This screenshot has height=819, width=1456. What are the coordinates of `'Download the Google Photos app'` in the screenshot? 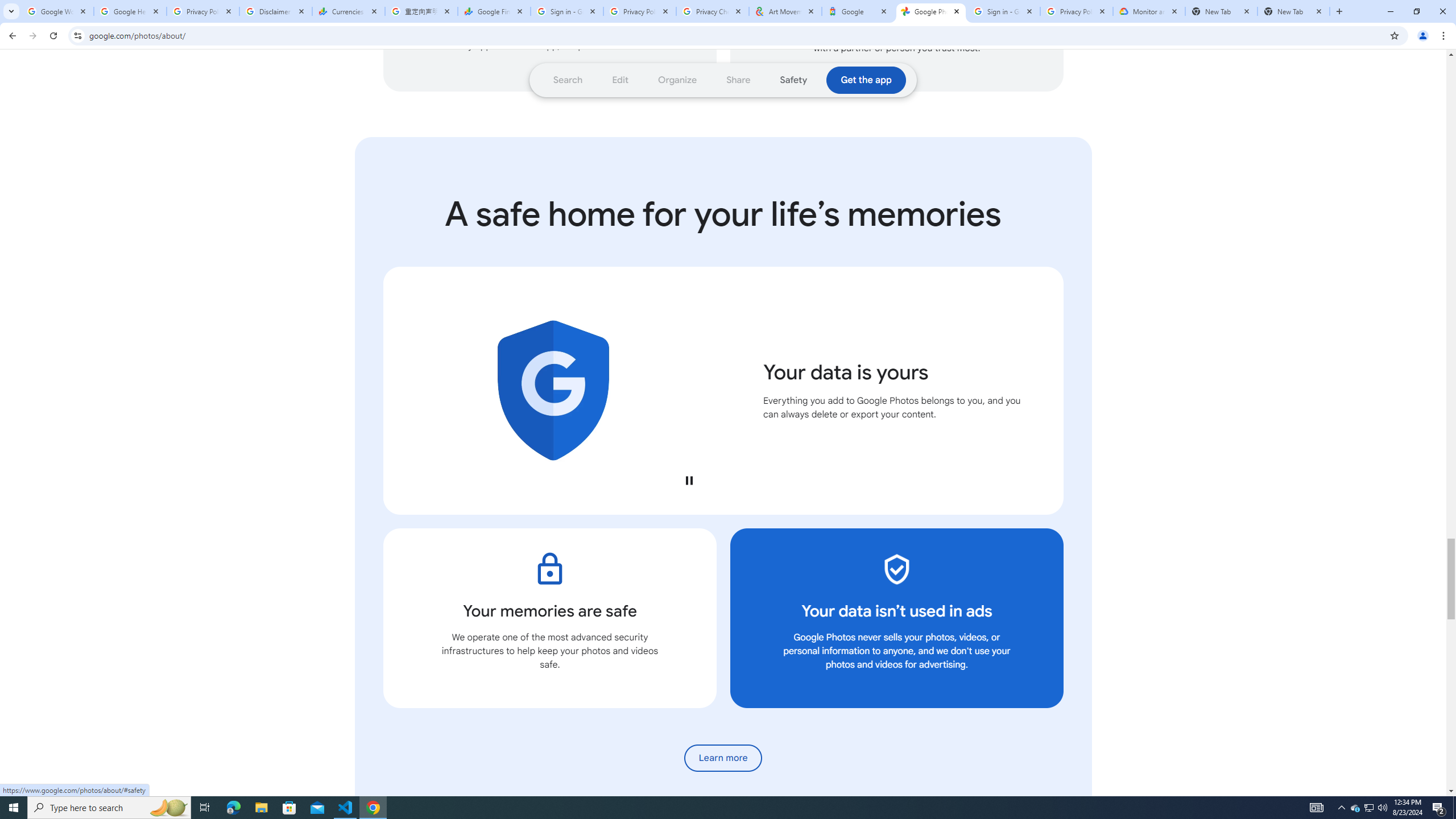 It's located at (866, 80).